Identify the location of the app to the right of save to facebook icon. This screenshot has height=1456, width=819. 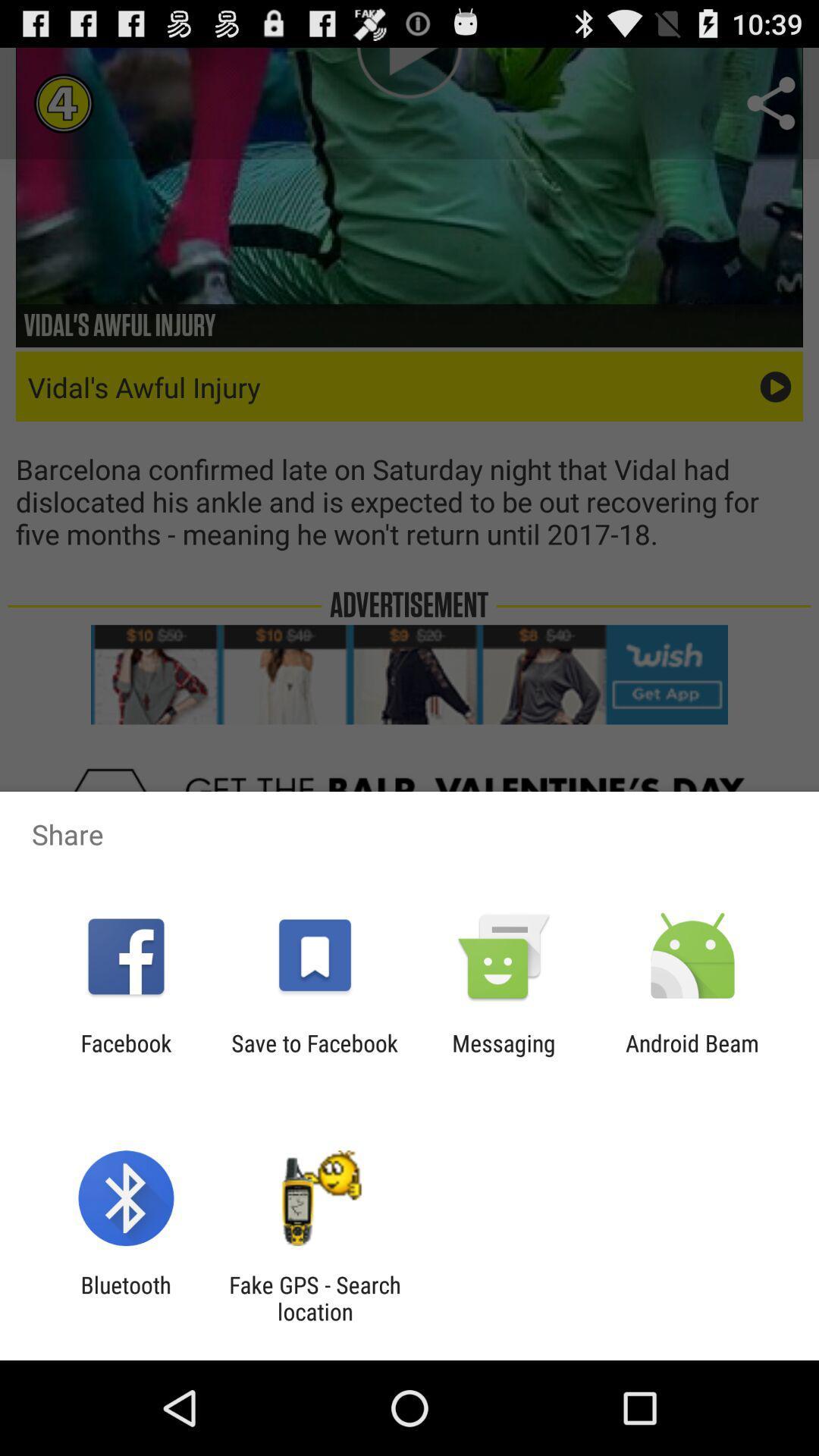
(504, 1056).